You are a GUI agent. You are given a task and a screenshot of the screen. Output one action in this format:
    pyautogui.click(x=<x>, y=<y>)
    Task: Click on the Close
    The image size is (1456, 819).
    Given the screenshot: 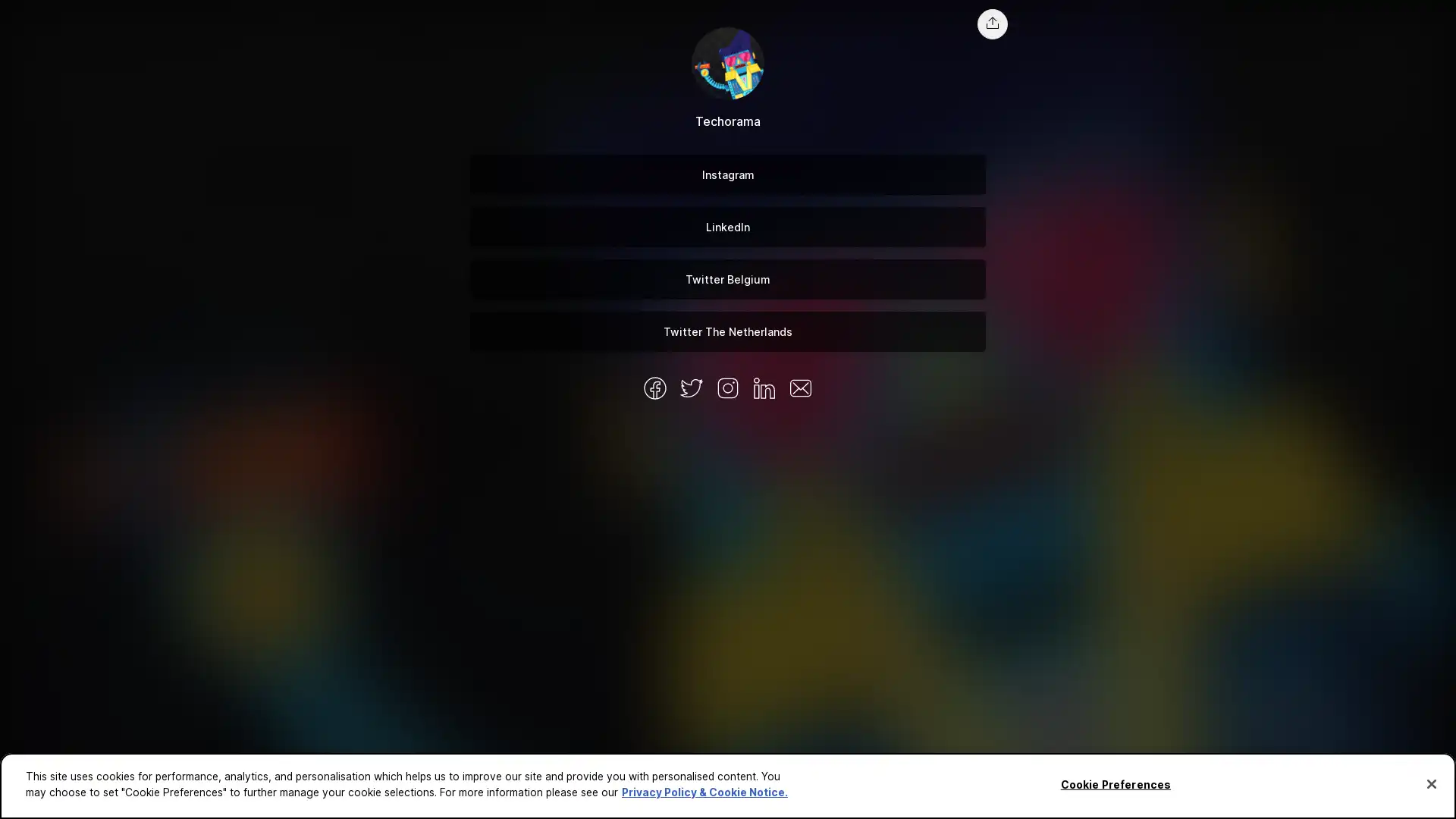 What is the action you would take?
    pyautogui.click(x=1430, y=783)
    